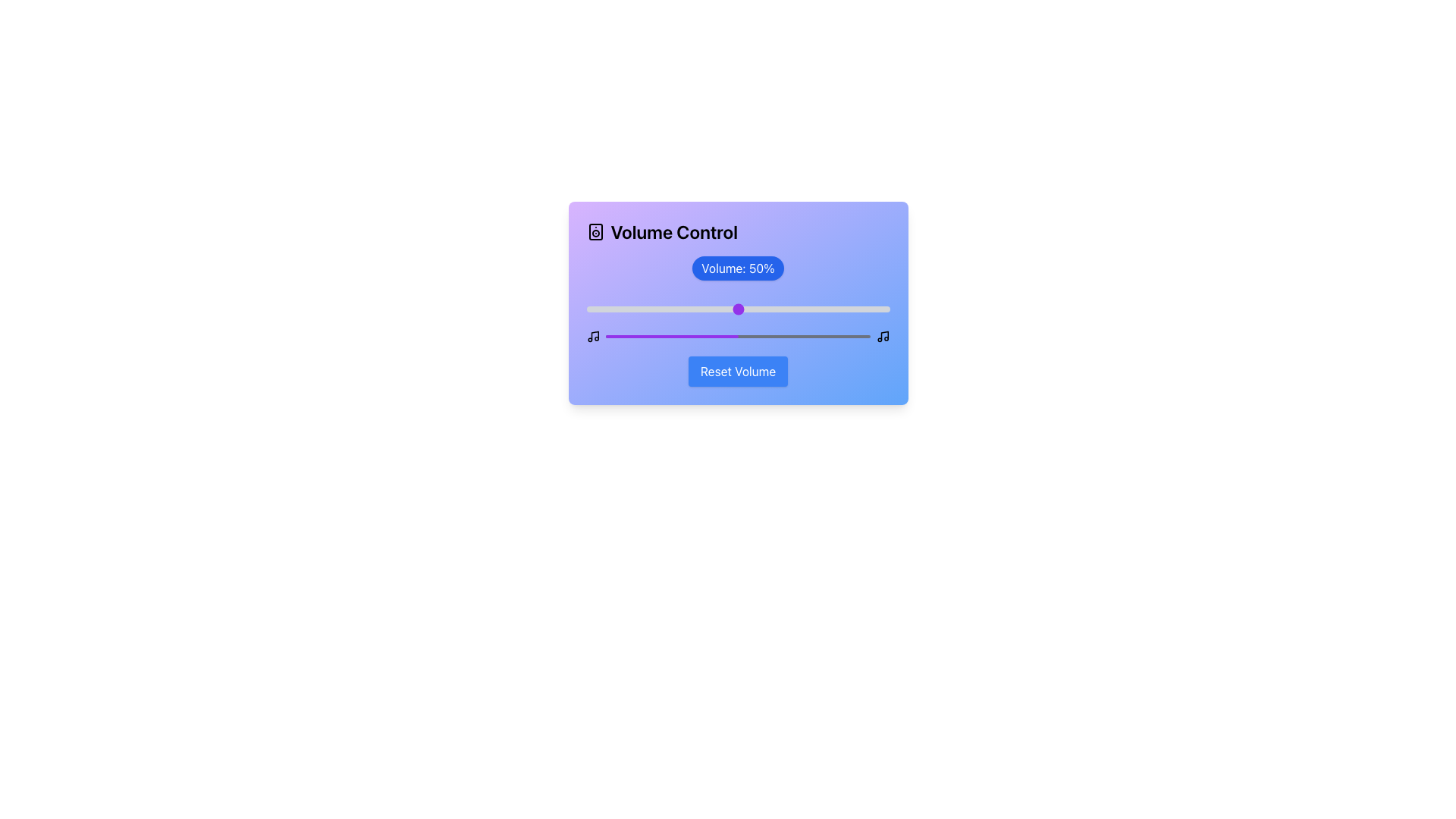 The width and height of the screenshot is (1456, 819). What do you see at coordinates (738, 371) in the screenshot?
I see `the reset volume button located at the bottom center of the 'Volume Control' component to change its appearance` at bounding box center [738, 371].